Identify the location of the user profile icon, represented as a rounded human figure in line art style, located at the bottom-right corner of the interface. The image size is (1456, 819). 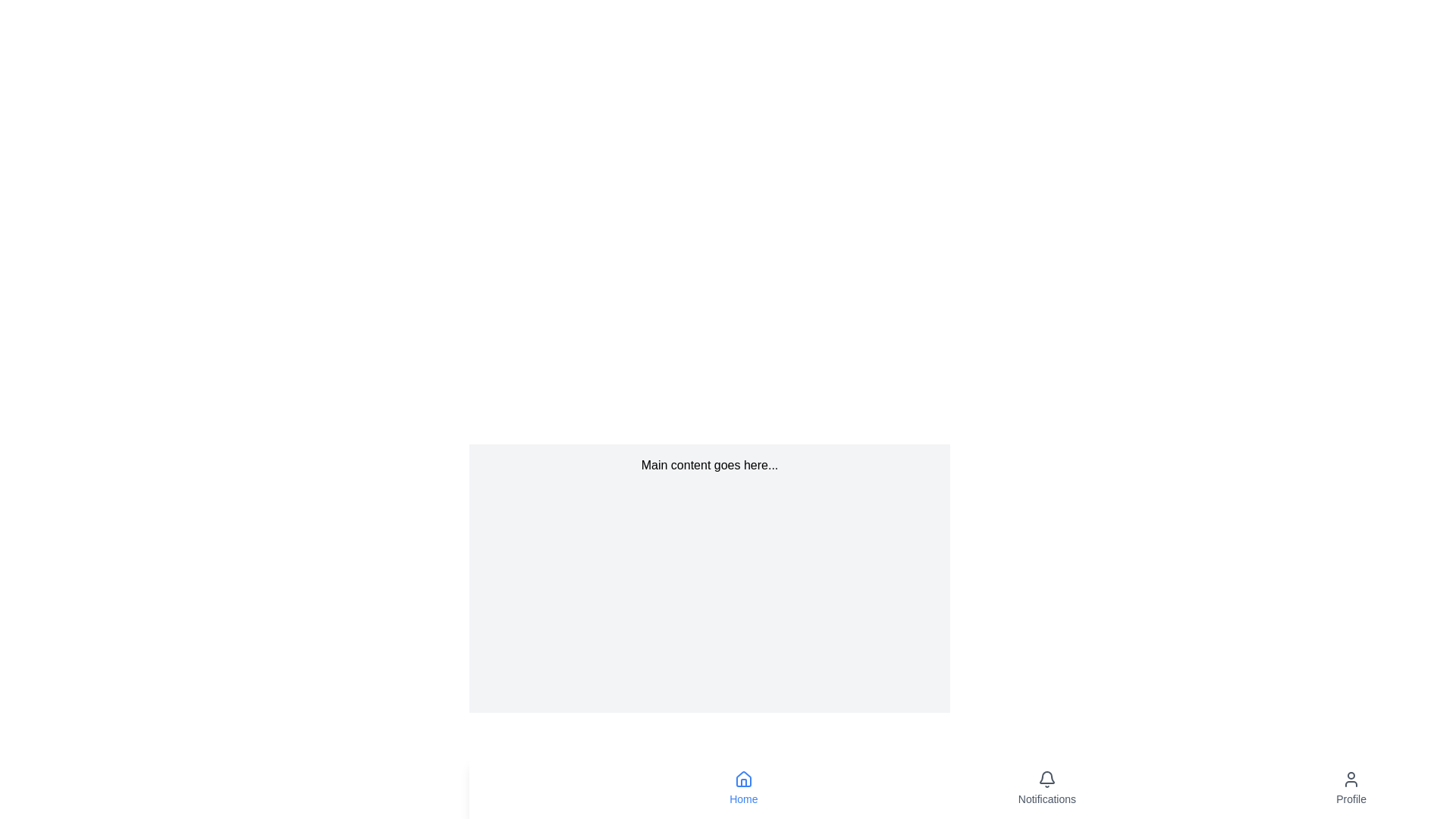
(1351, 780).